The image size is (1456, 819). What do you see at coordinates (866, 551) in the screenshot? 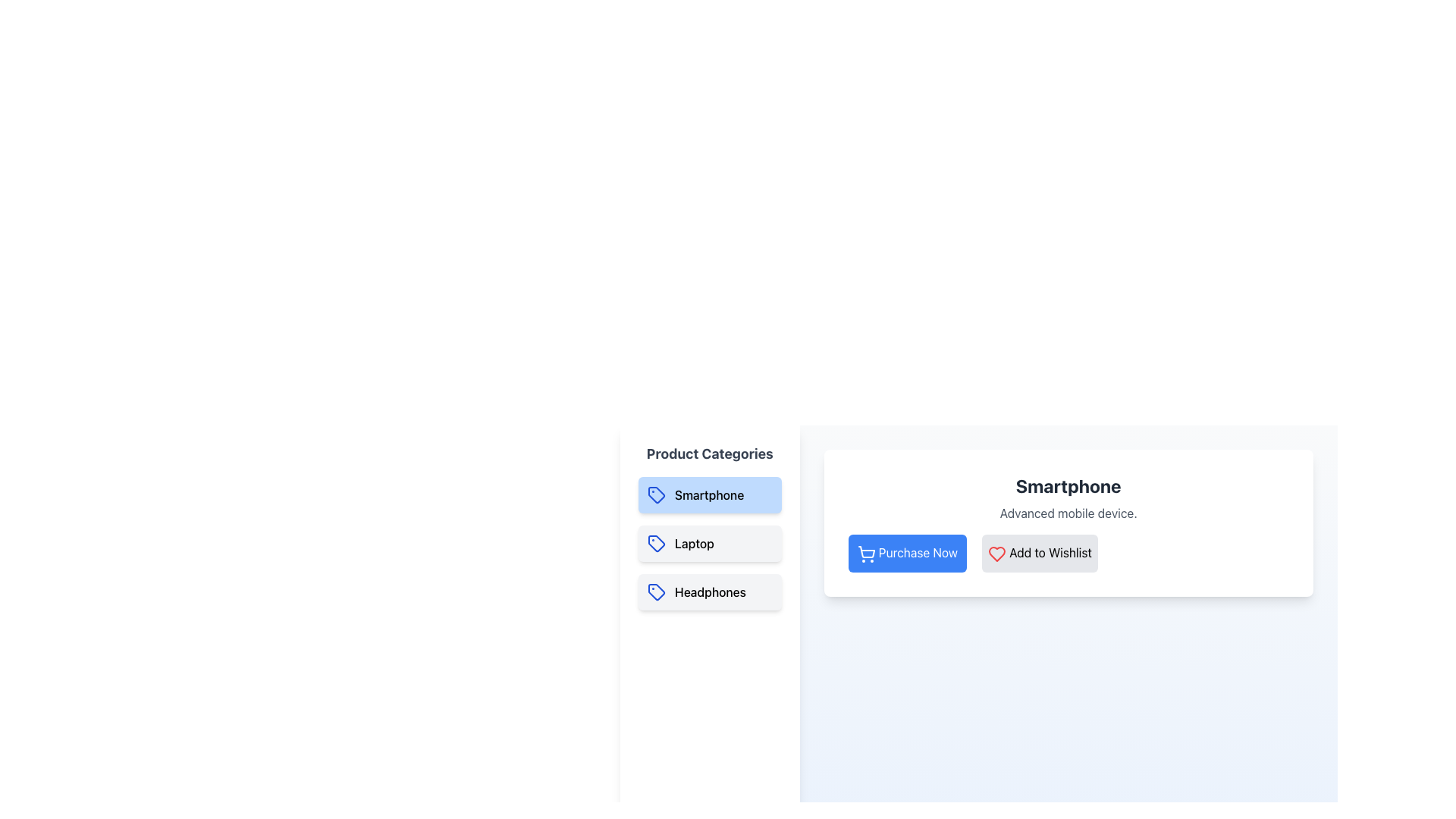
I see `the shopping cart icon located on the blue 'Purchase Now' button` at bounding box center [866, 551].